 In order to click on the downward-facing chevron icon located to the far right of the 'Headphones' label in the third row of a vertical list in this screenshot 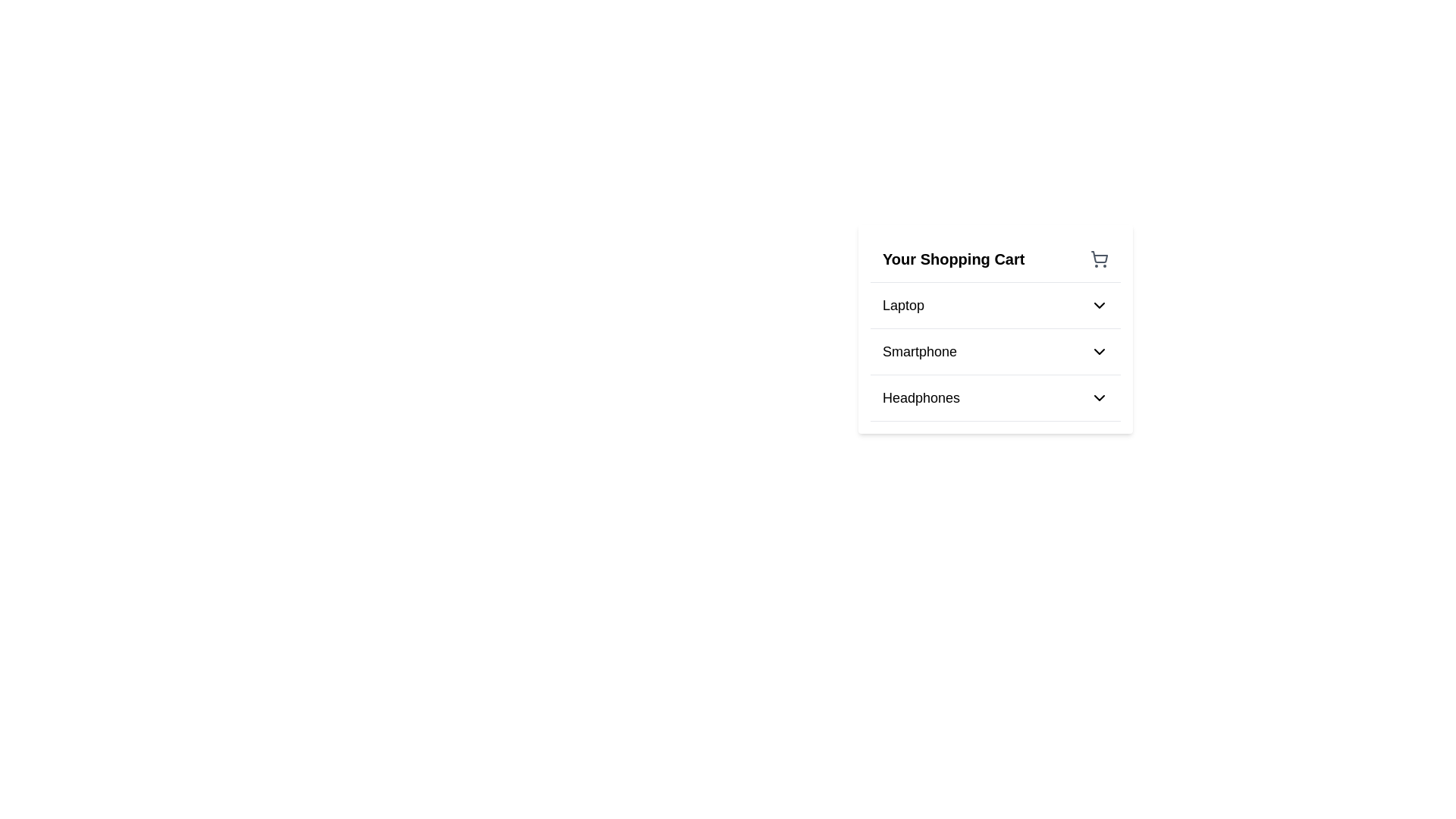, I will do `click(1099, 397)`.